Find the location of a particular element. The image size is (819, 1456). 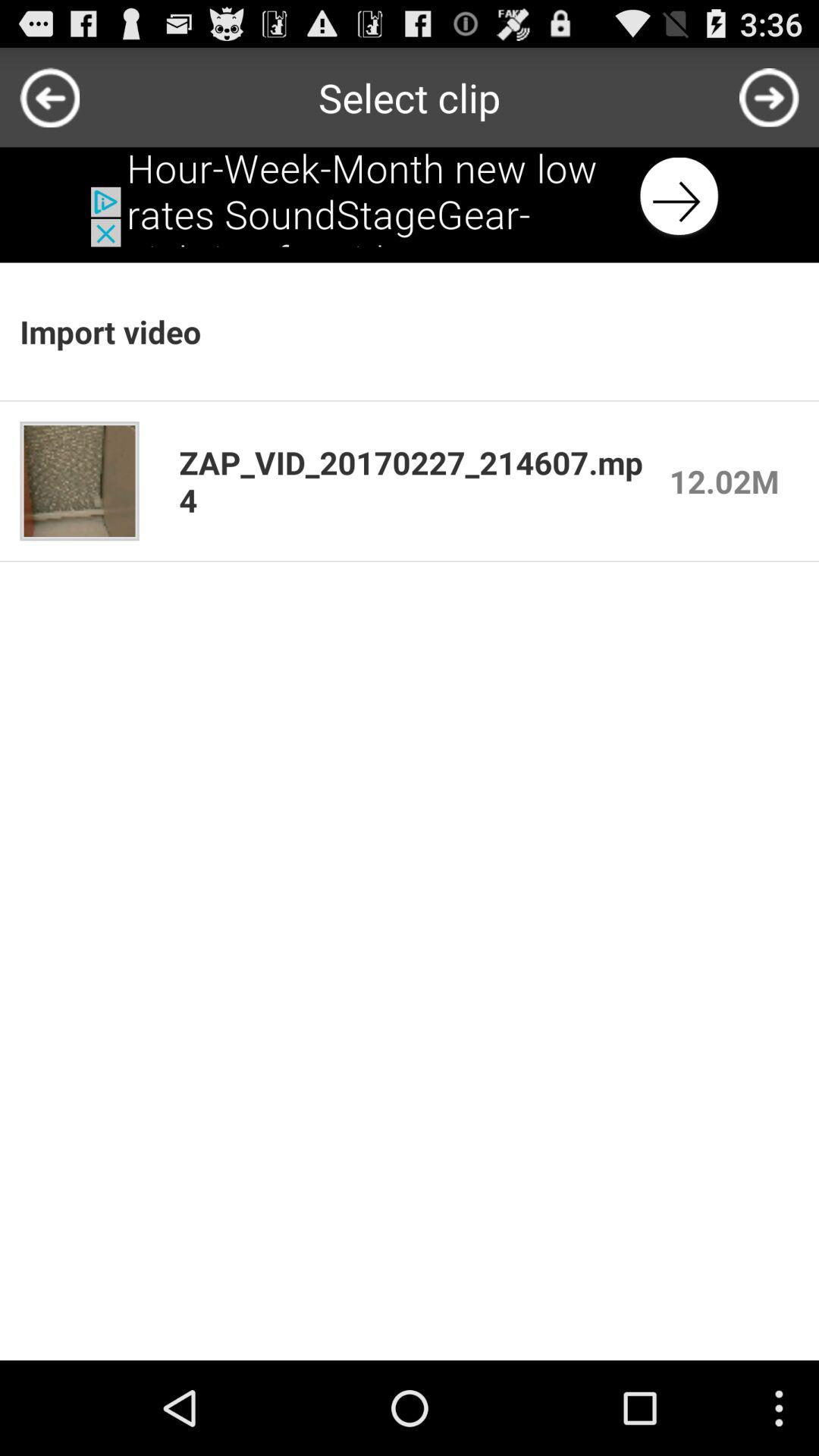

next button is located at coordinates (409, 196).